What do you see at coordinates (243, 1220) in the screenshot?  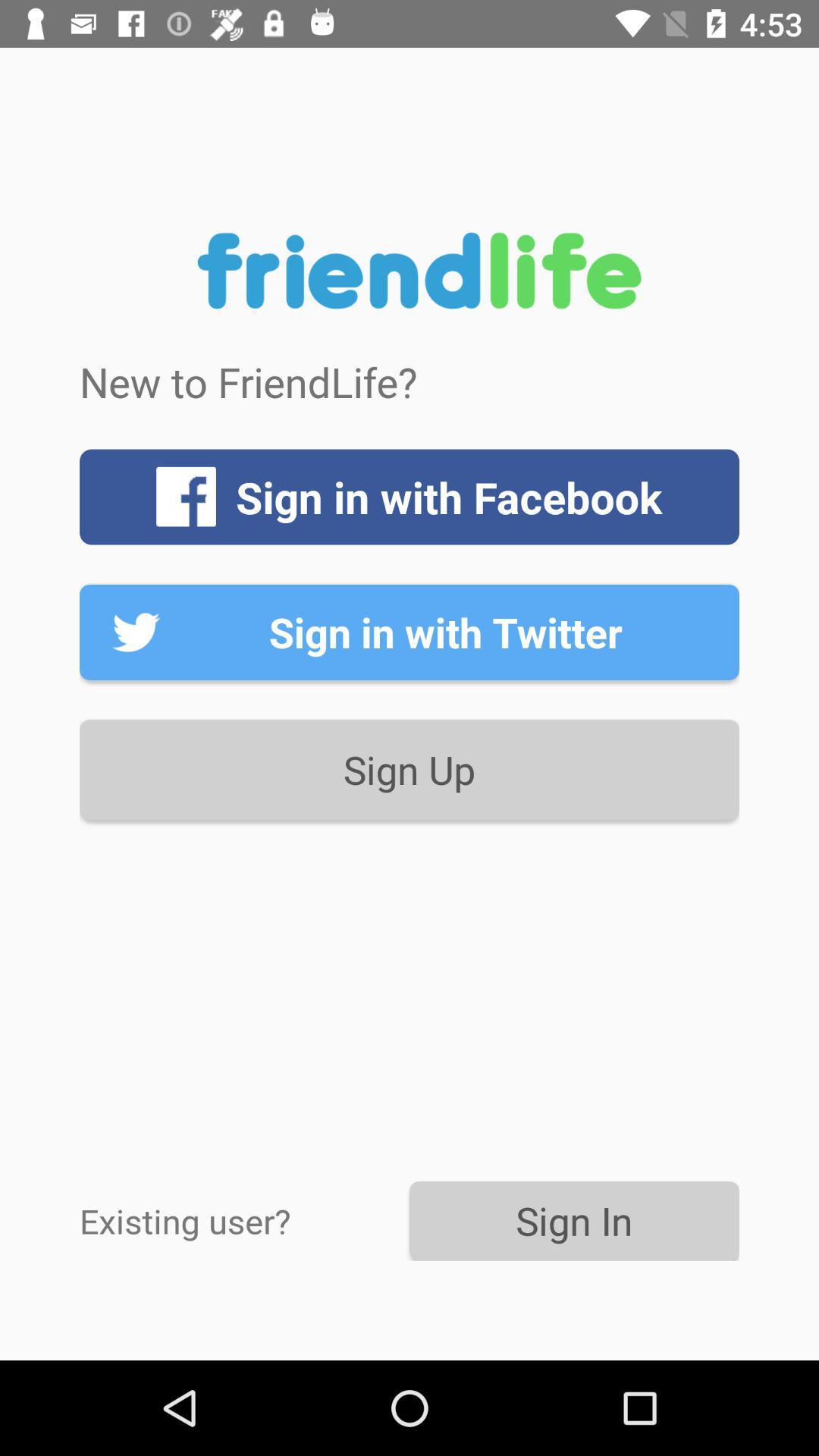 I see `the icon next to sign in icon` at bounding box center [243, 1220].